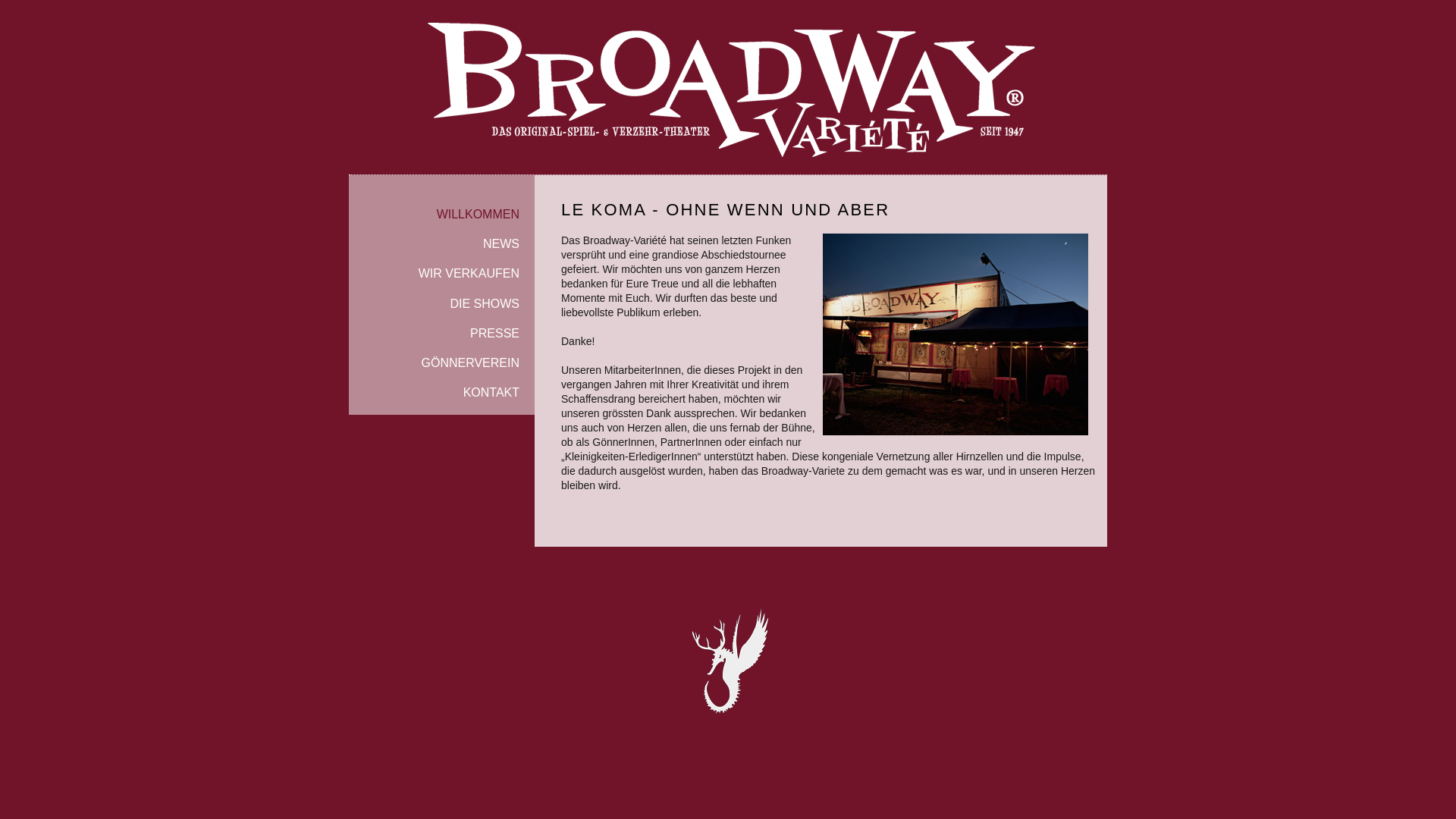  What do you see at coordinates (433, 209) in the screenshot?
I see `'WILLKOMMEN'` at bounding box center [433, 209].